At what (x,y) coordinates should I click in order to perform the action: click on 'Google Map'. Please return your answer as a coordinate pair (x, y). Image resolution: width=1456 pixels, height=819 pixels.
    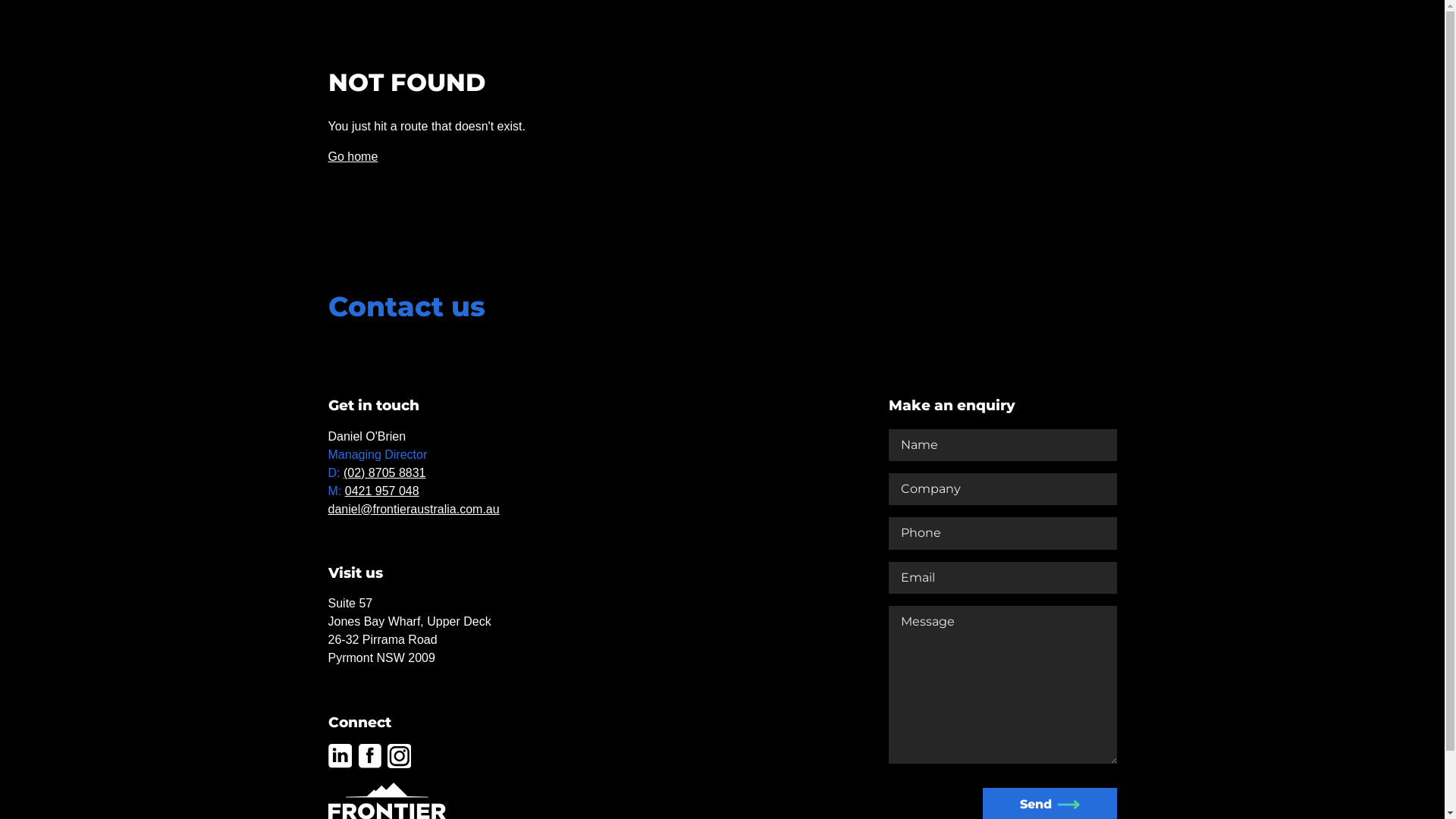
    Looking at the image, I should click on (552, 532).